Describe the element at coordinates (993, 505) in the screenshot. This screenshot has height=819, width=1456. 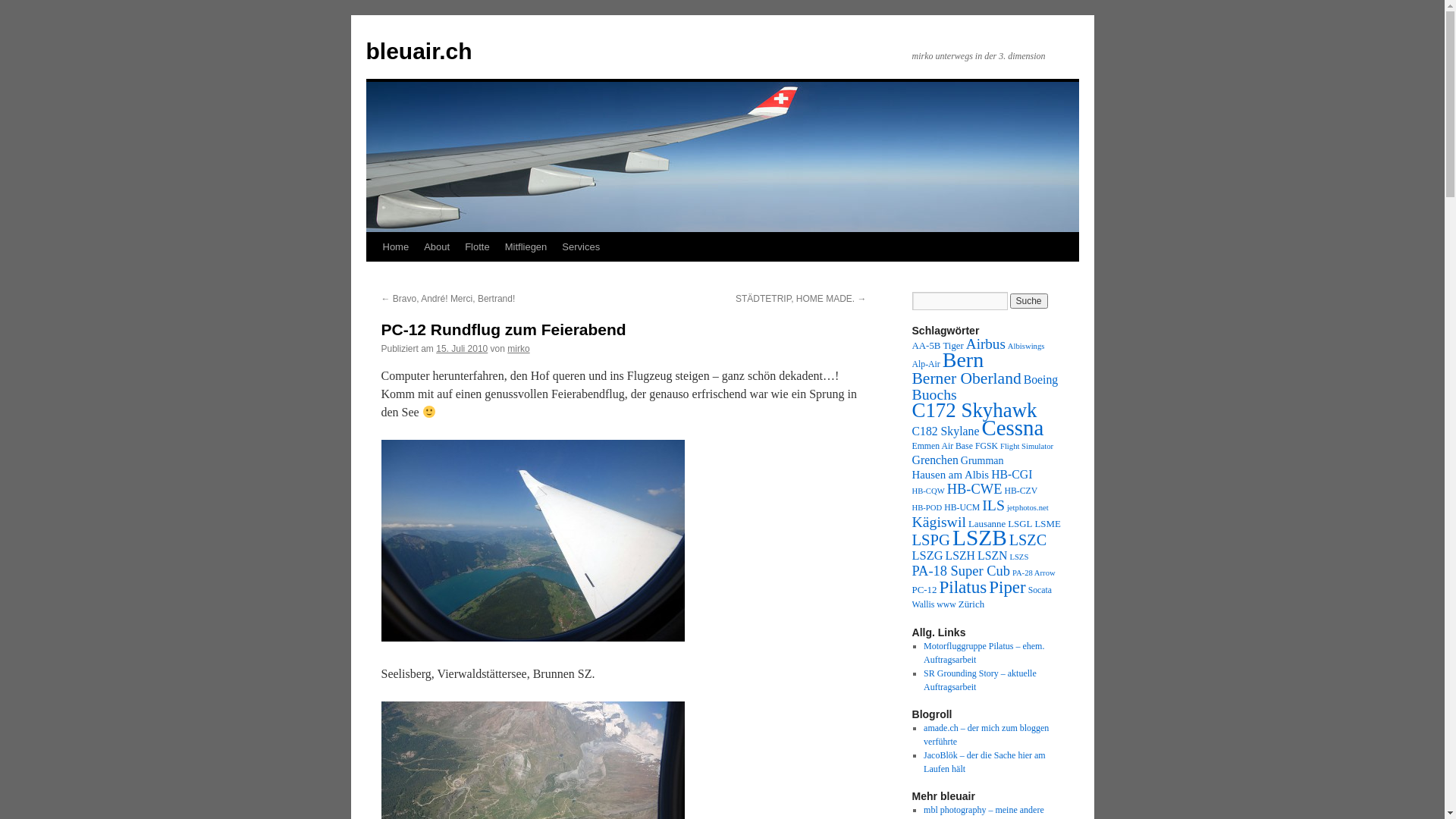
I see `'ILS'` at that location.